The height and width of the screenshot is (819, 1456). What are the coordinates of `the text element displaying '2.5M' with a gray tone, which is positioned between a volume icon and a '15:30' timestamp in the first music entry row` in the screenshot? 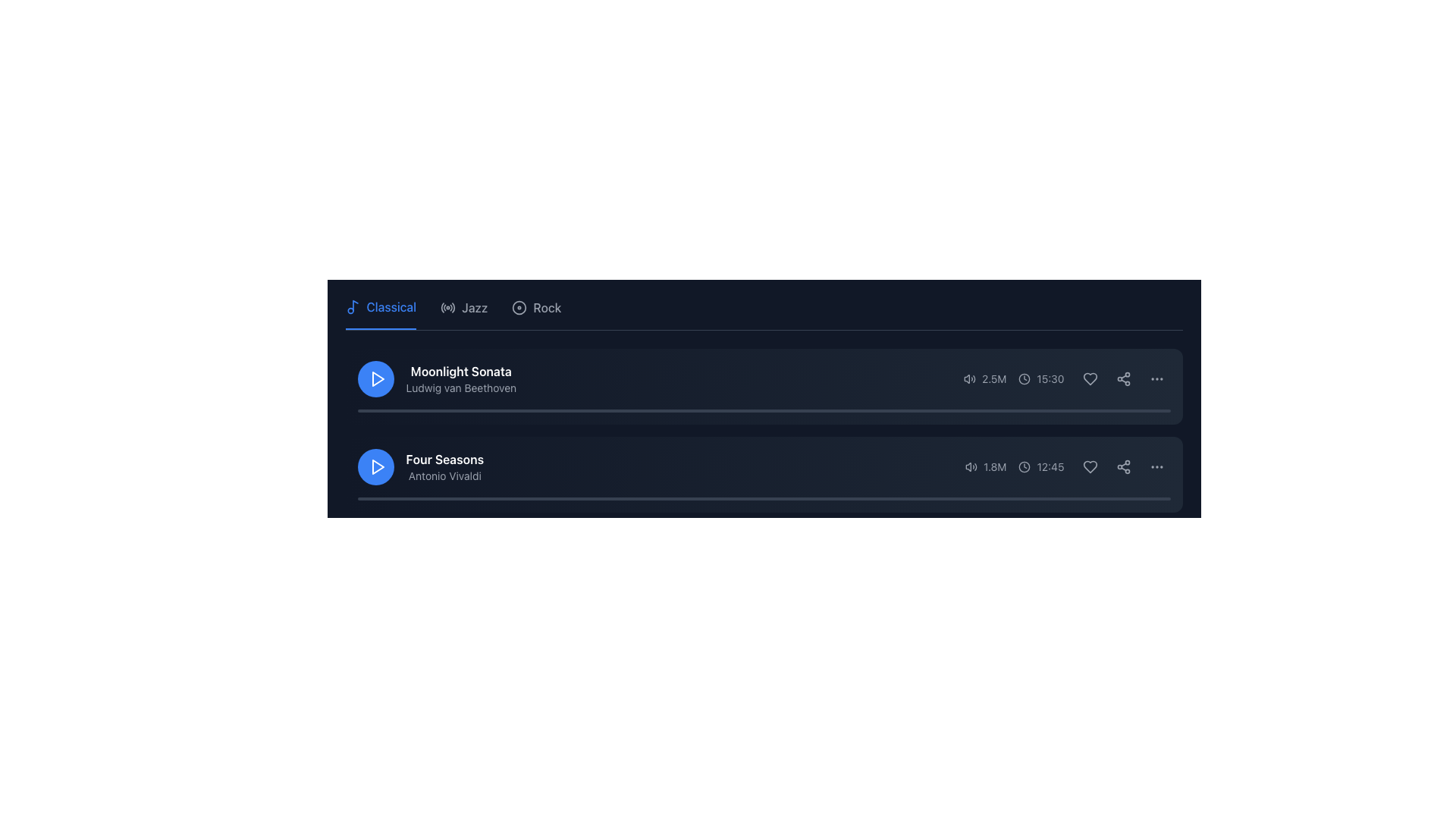 It's located at (985, 378).